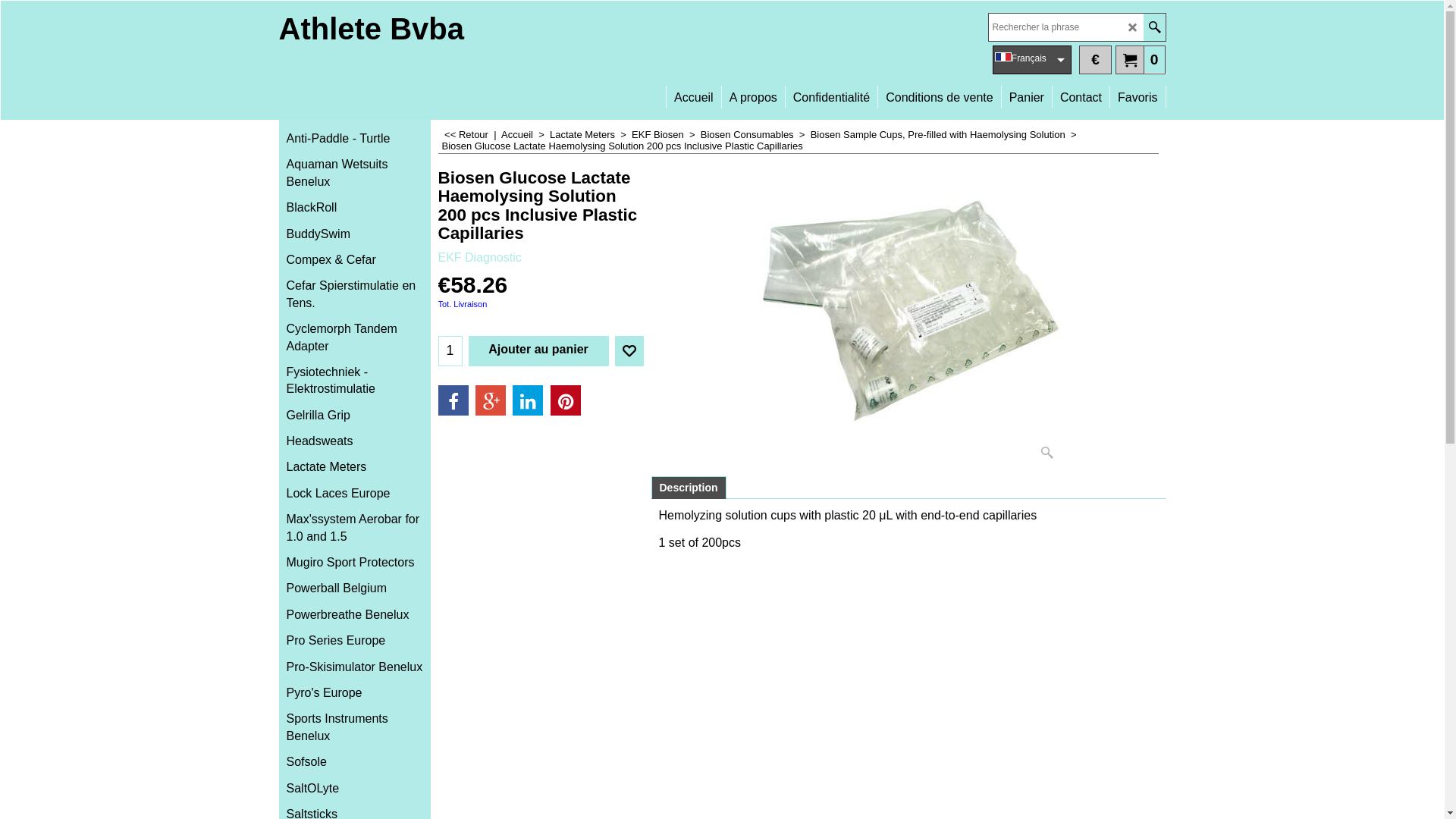 The height and width of the screenshot is (819, 1456). What do you see at coordinates (354, 259) in the screenshot?
I see `'Compex & Cefar'` at bounding box center [354, 259].